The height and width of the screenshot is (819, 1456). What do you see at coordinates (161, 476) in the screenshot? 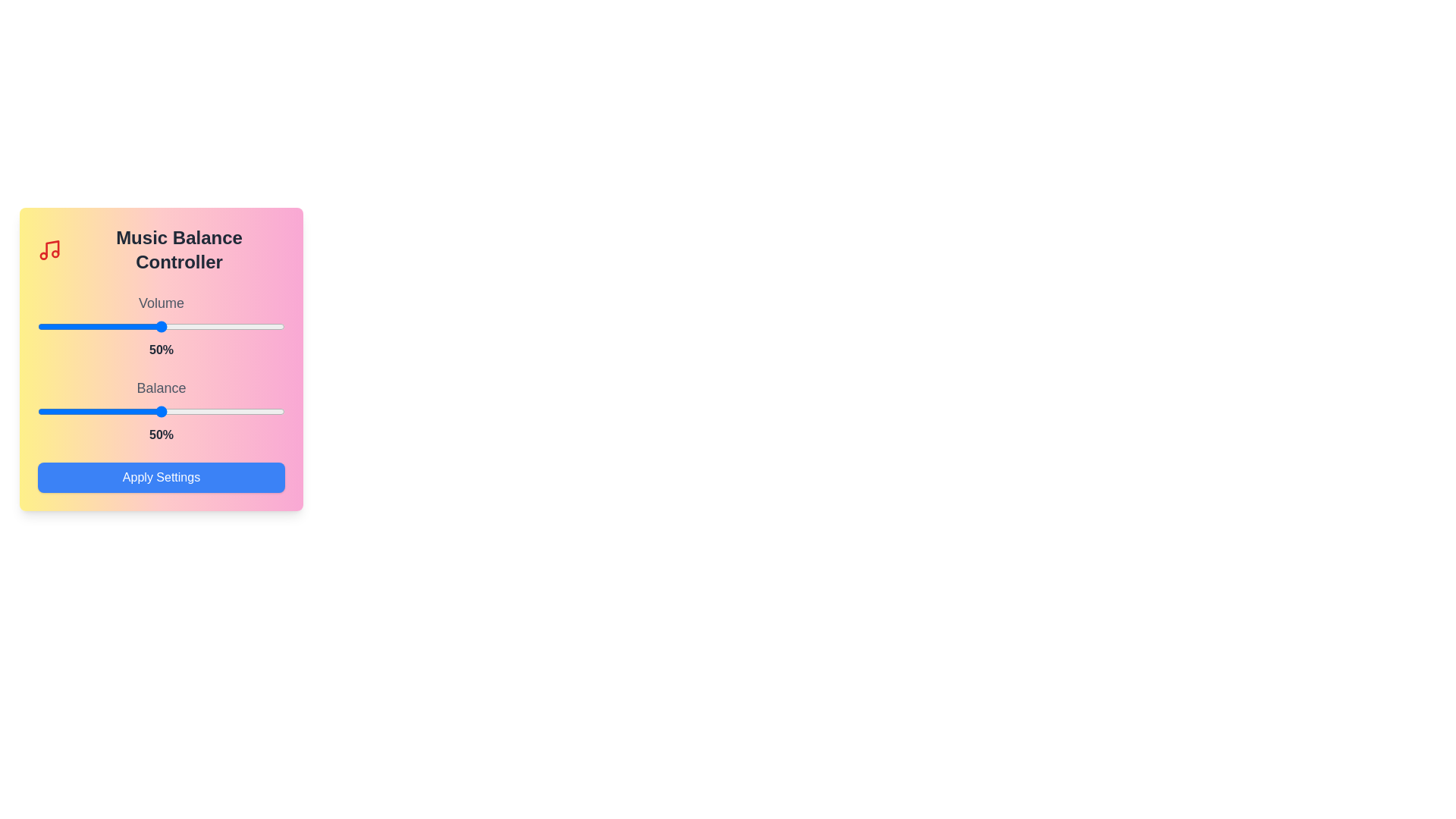
I see `the 'Apply Settings' button to apply the current volume and balance settings` at bounding box center [161, 476].